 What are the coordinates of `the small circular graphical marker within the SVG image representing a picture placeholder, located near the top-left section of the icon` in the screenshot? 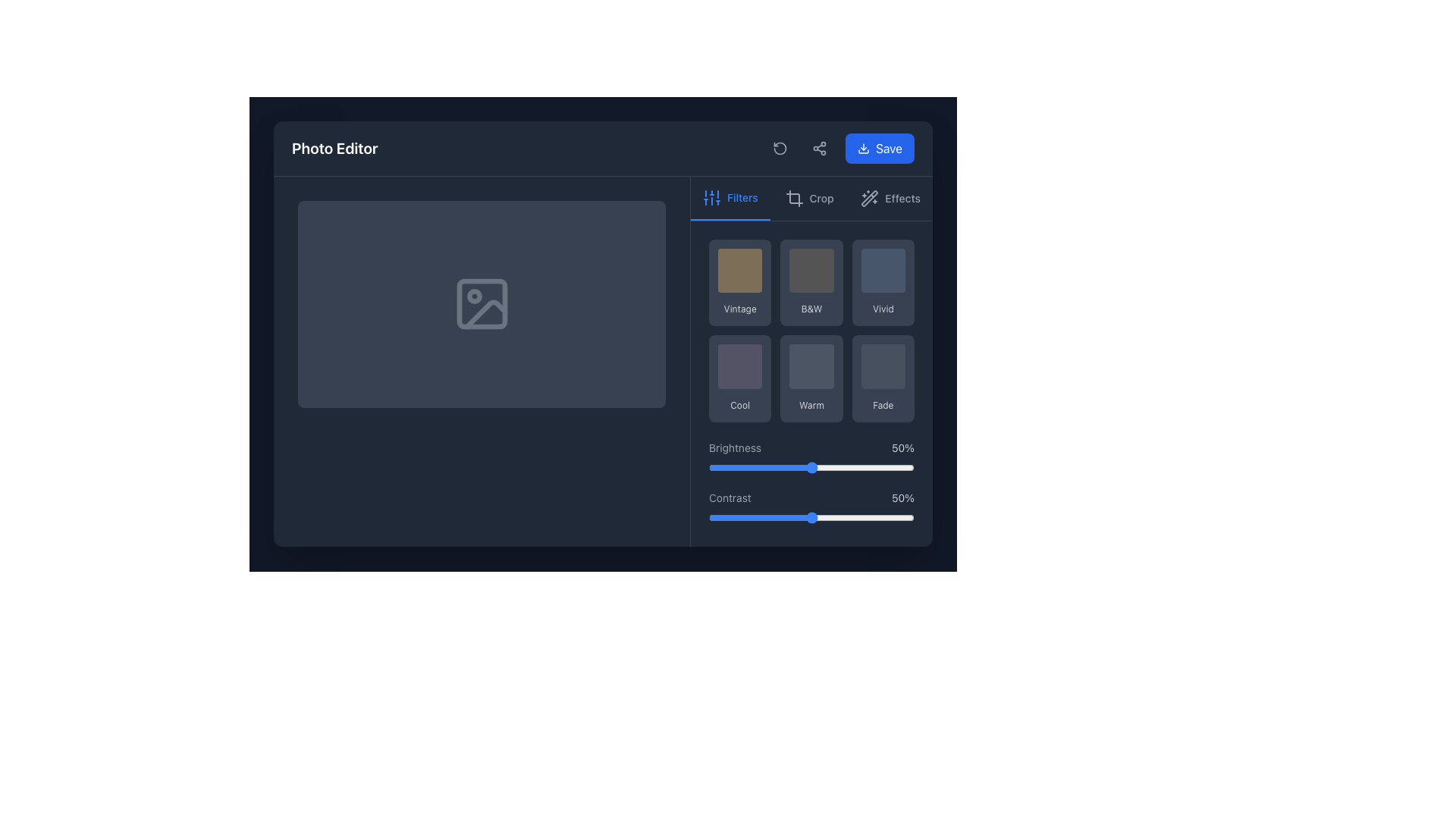 It's located at (473, 297).